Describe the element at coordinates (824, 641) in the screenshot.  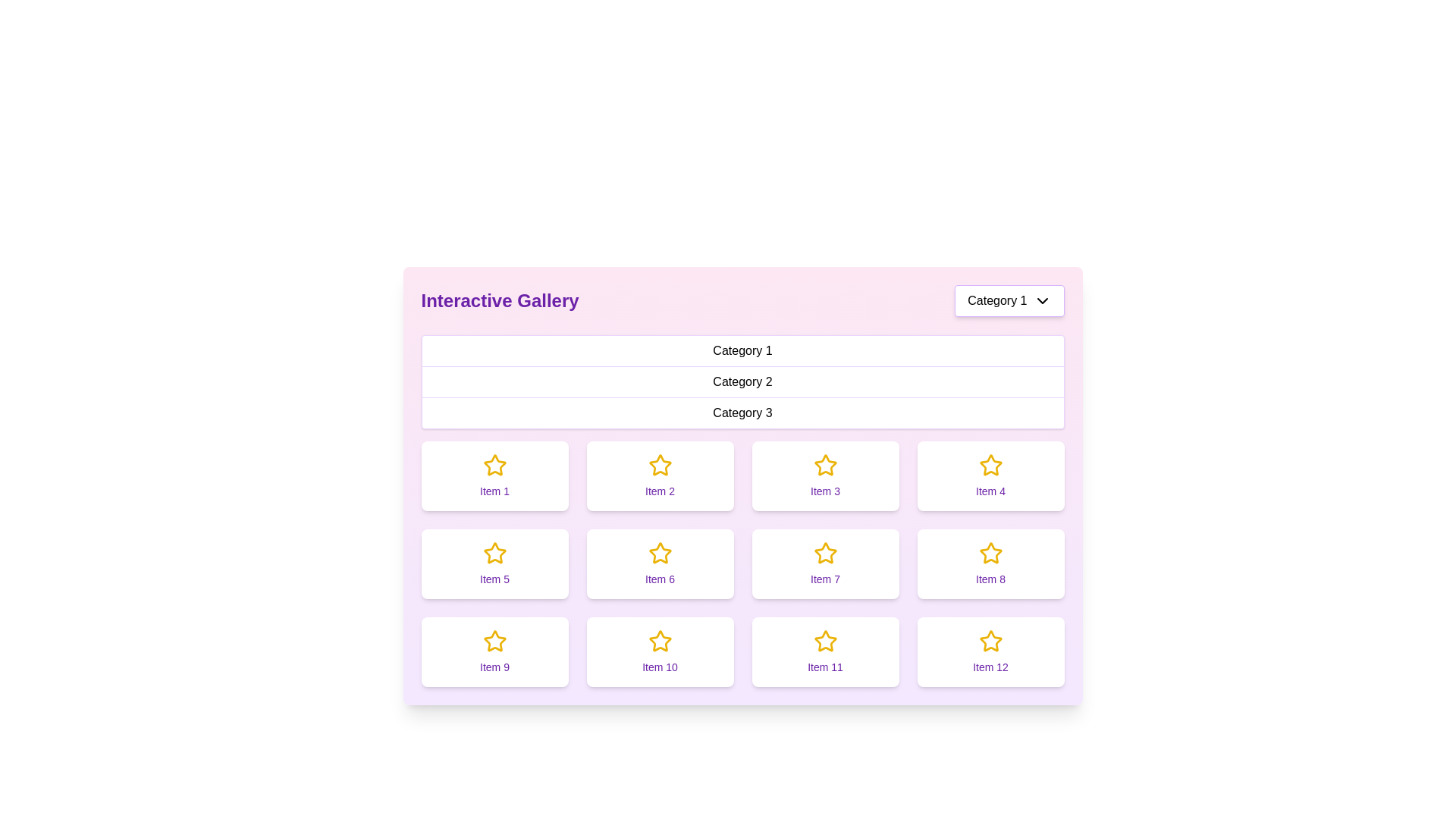
I see `the star icon with a yellow outline located inside the card labeled 'Item 11', which is positioned at the bottom row of the grid layout` at that location.